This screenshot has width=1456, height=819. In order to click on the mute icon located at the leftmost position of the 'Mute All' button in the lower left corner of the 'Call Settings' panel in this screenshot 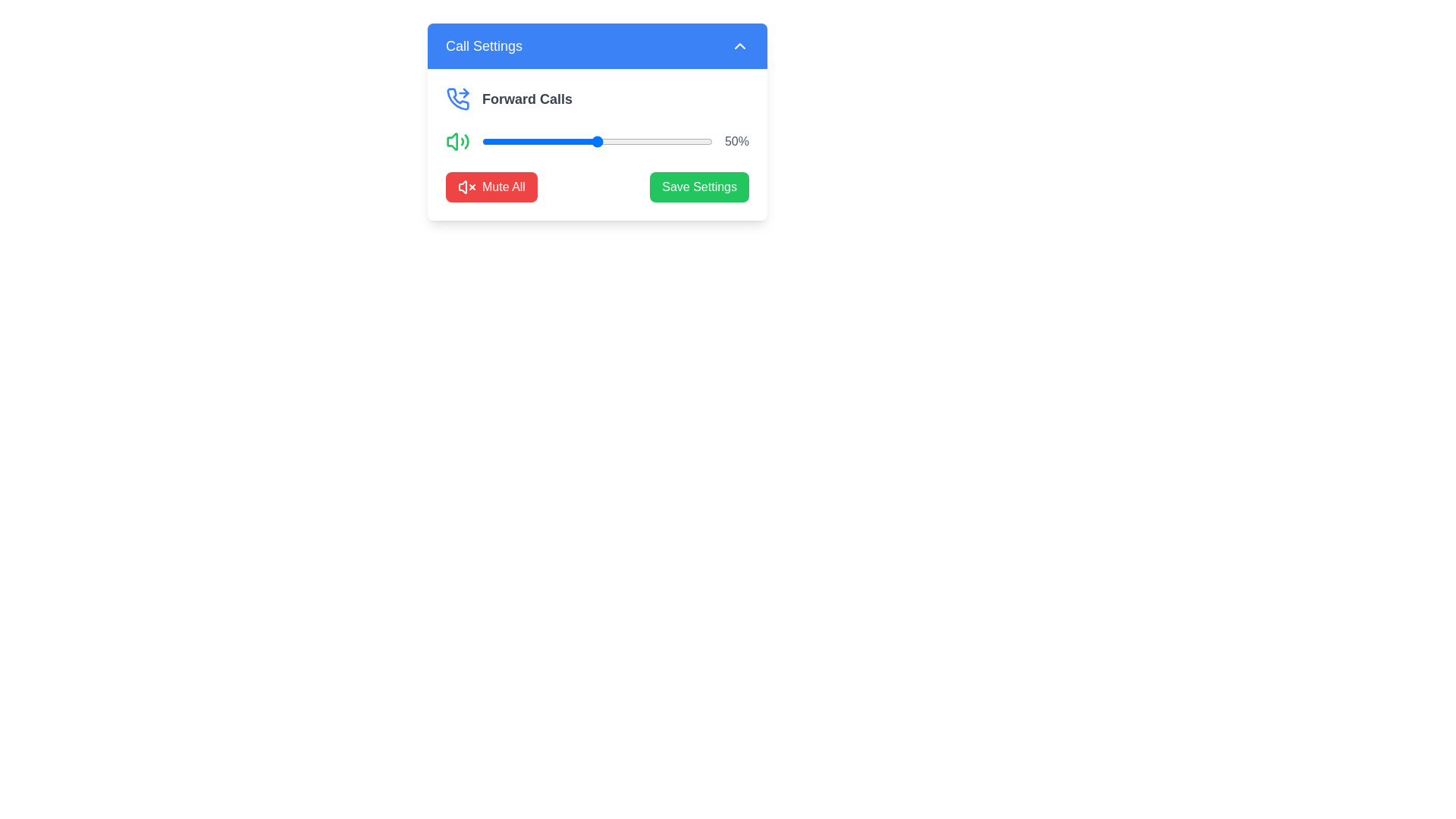, I will do `click(466, 186)`.